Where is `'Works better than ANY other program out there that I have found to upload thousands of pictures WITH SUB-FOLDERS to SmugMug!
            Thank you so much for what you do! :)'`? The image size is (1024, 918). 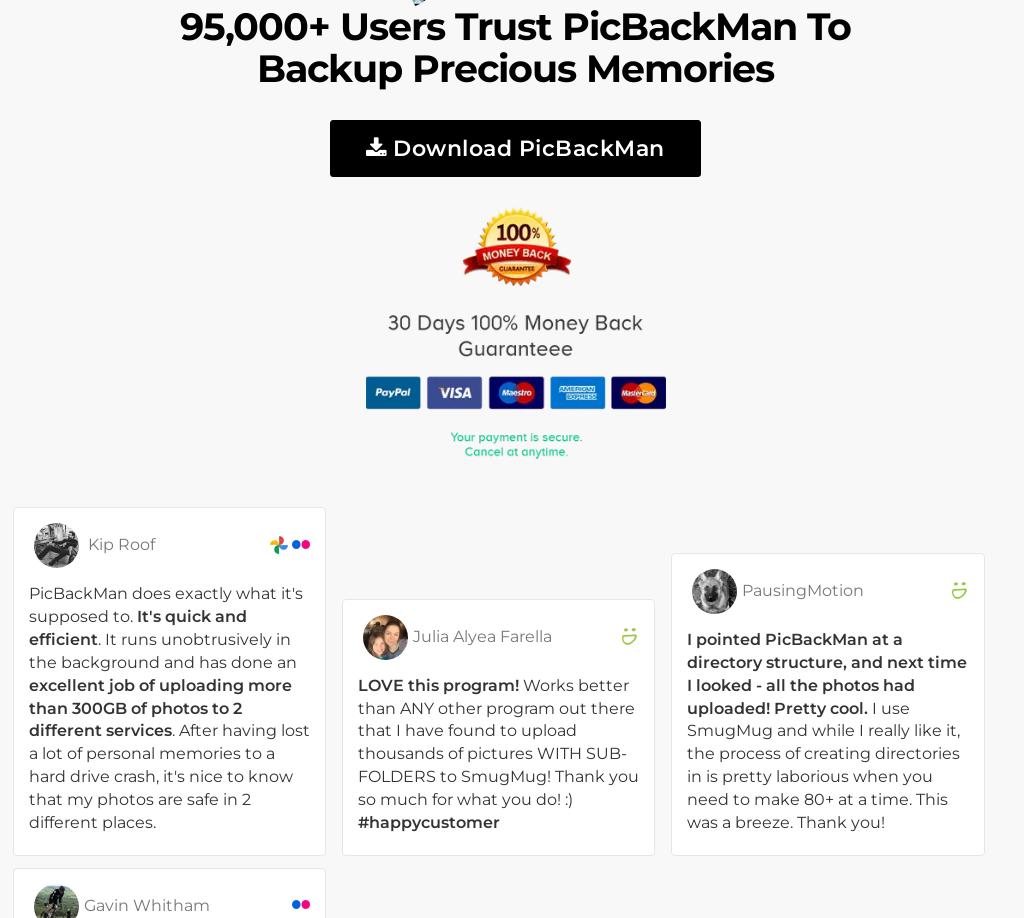 'Works better than ANY other program out there that I have found to upload thousands of pictures WITH SUB-FOLDERS to SmugMug!
            Thank you so much for what you do! :)' is located at coordinates (497, 740).